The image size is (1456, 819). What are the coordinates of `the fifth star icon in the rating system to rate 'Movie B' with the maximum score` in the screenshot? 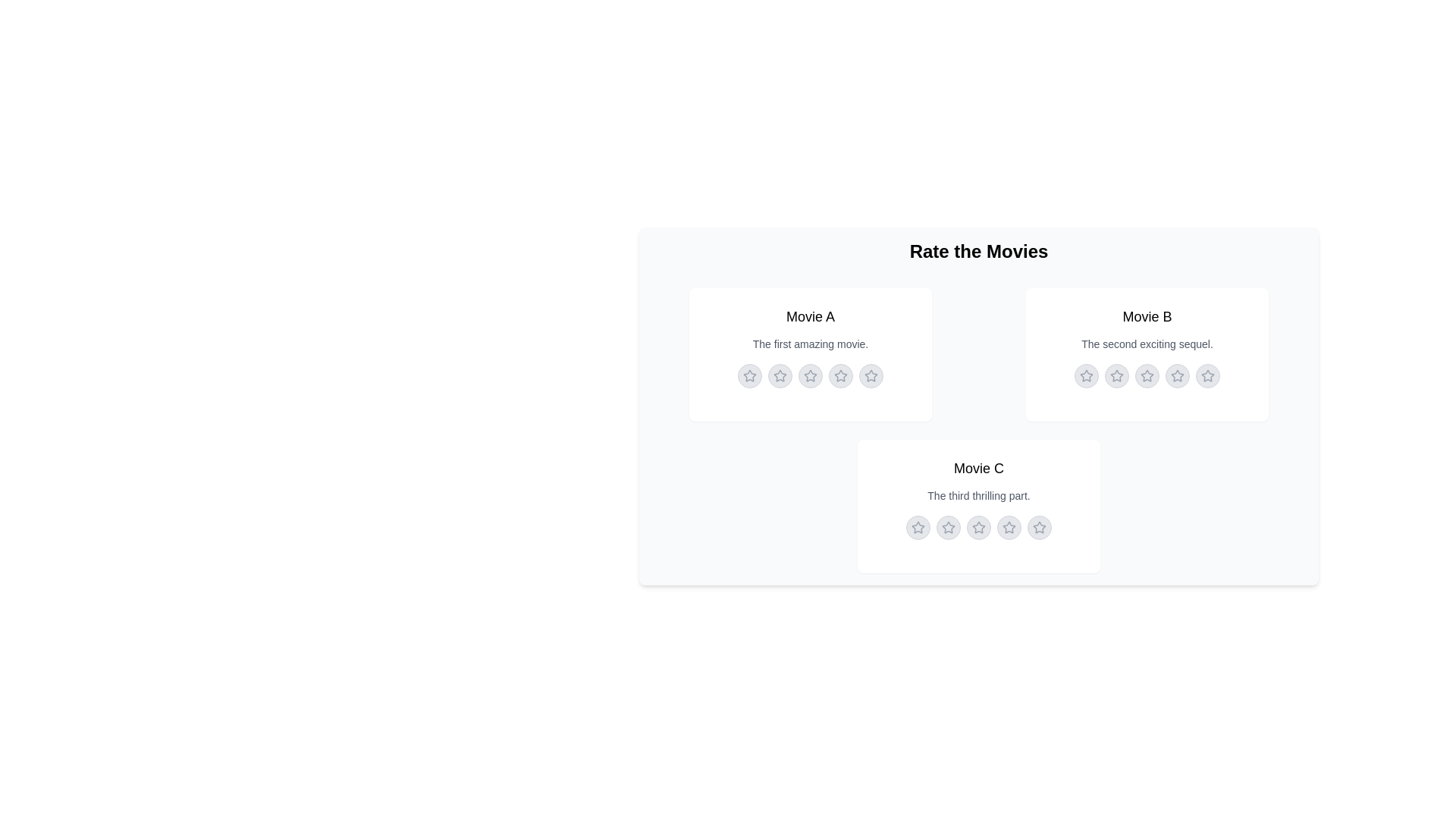 It's located at (1207, 375).